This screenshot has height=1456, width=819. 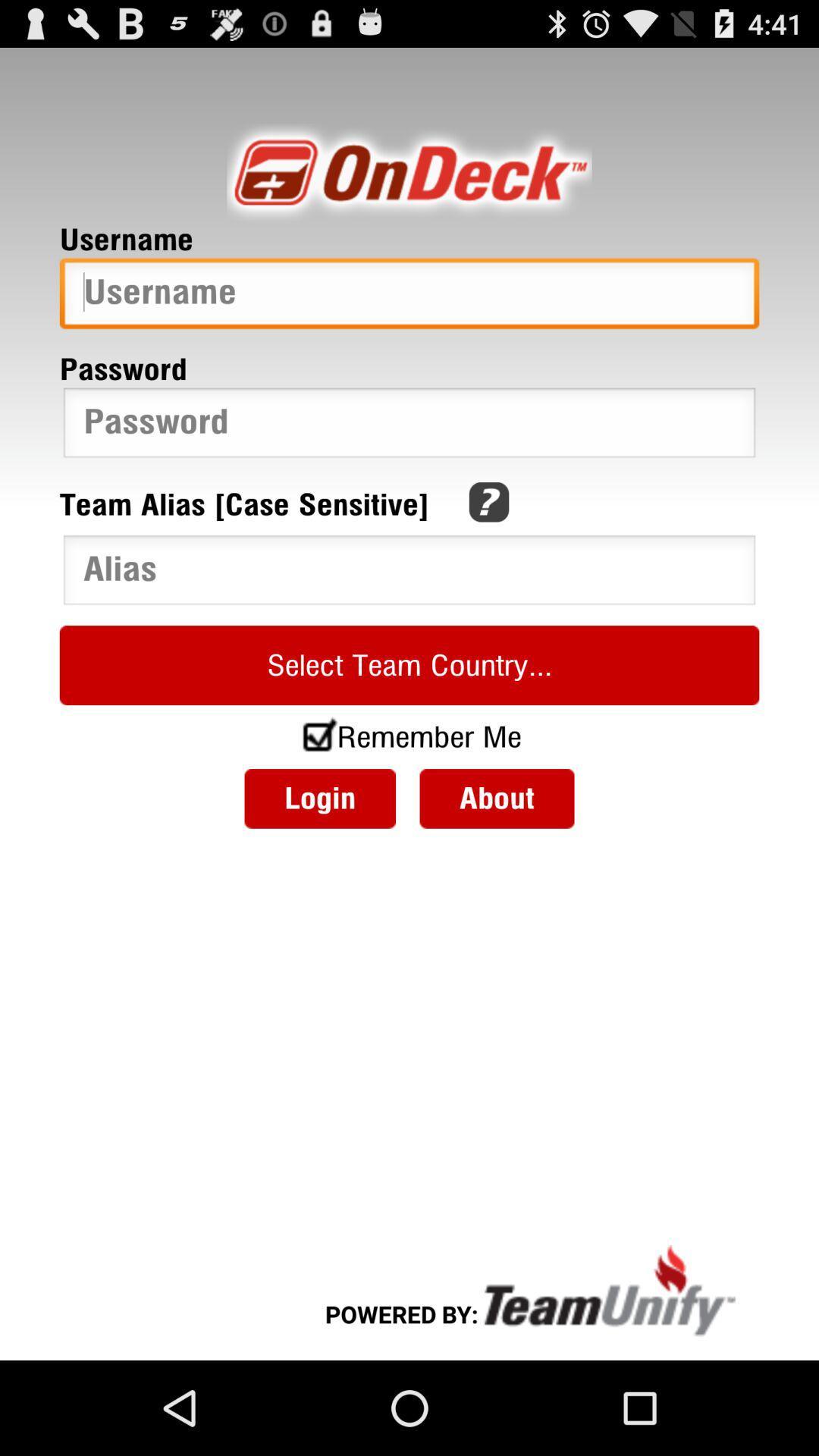 I want to click on type the username, so click(x=409, y=297).